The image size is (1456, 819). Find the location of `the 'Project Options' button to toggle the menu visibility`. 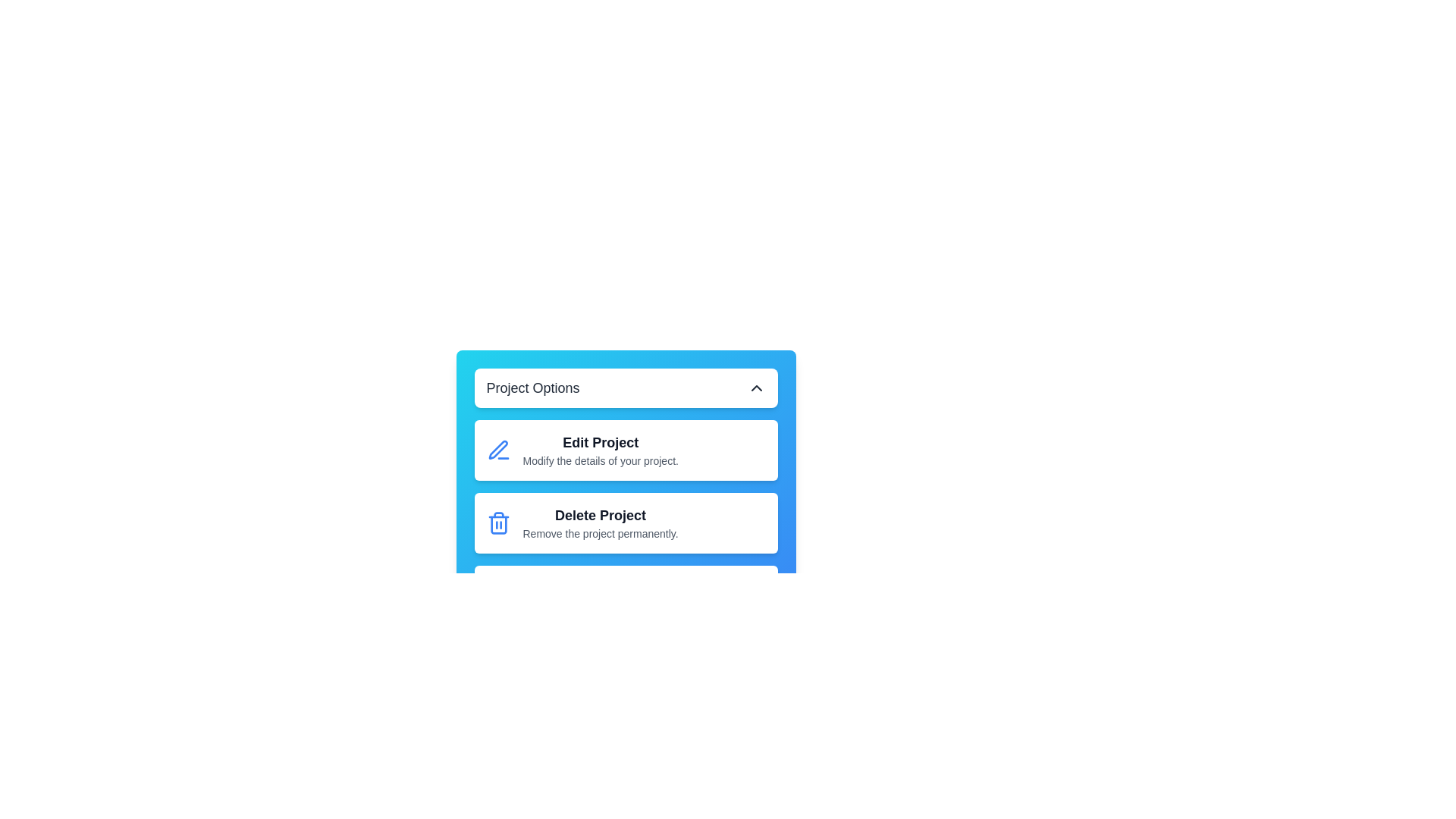

the 'Project Options' button to toggle the menu visibility is located at coordinates (626, 388).